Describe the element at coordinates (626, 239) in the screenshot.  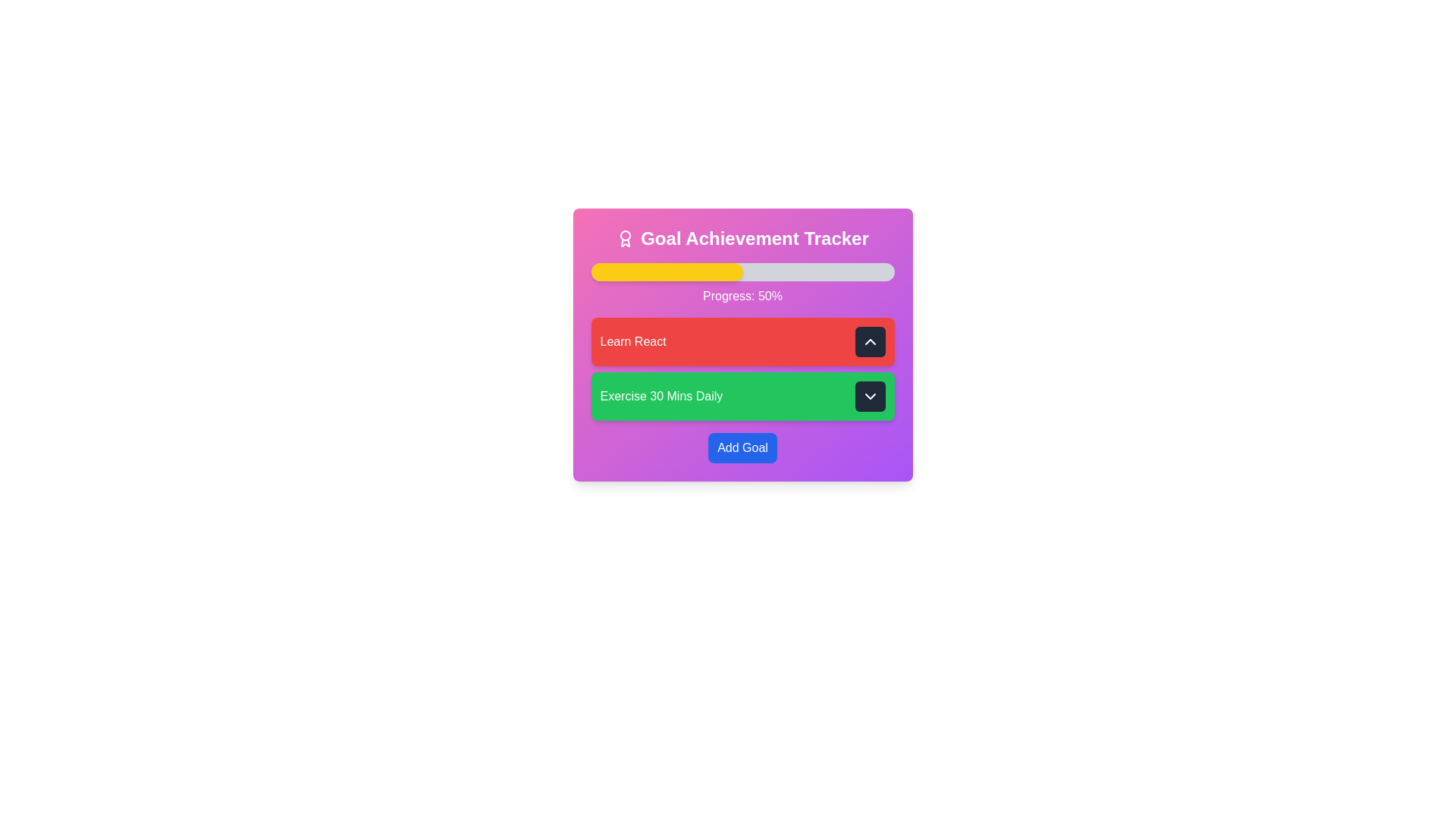
I see `the award ribbon icon located at the top-left corner of the 'Goal Achievement Tracker' card` at that location.